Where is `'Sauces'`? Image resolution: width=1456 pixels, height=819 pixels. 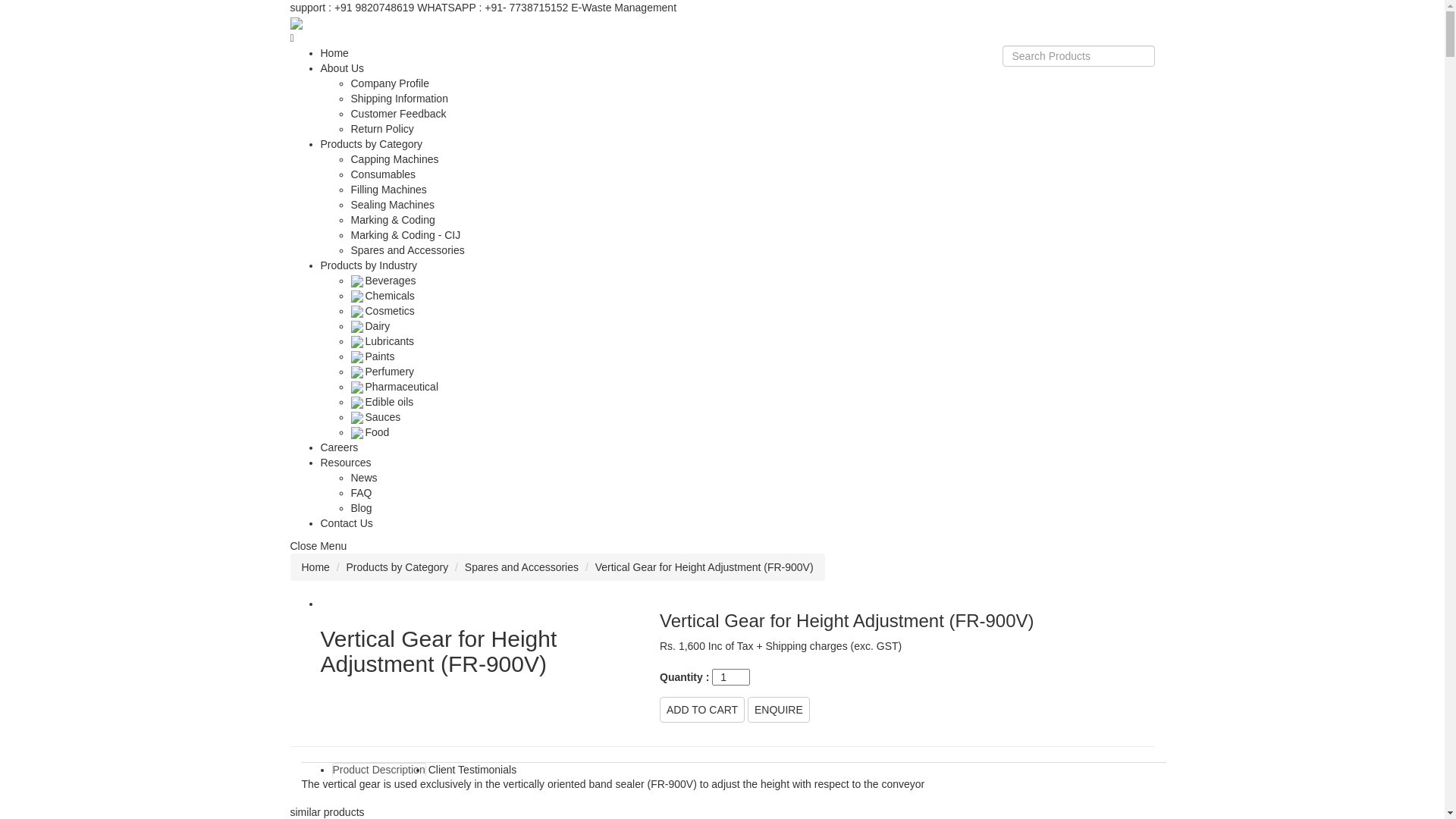
'Sauces' is located at coordinates (375, 417).